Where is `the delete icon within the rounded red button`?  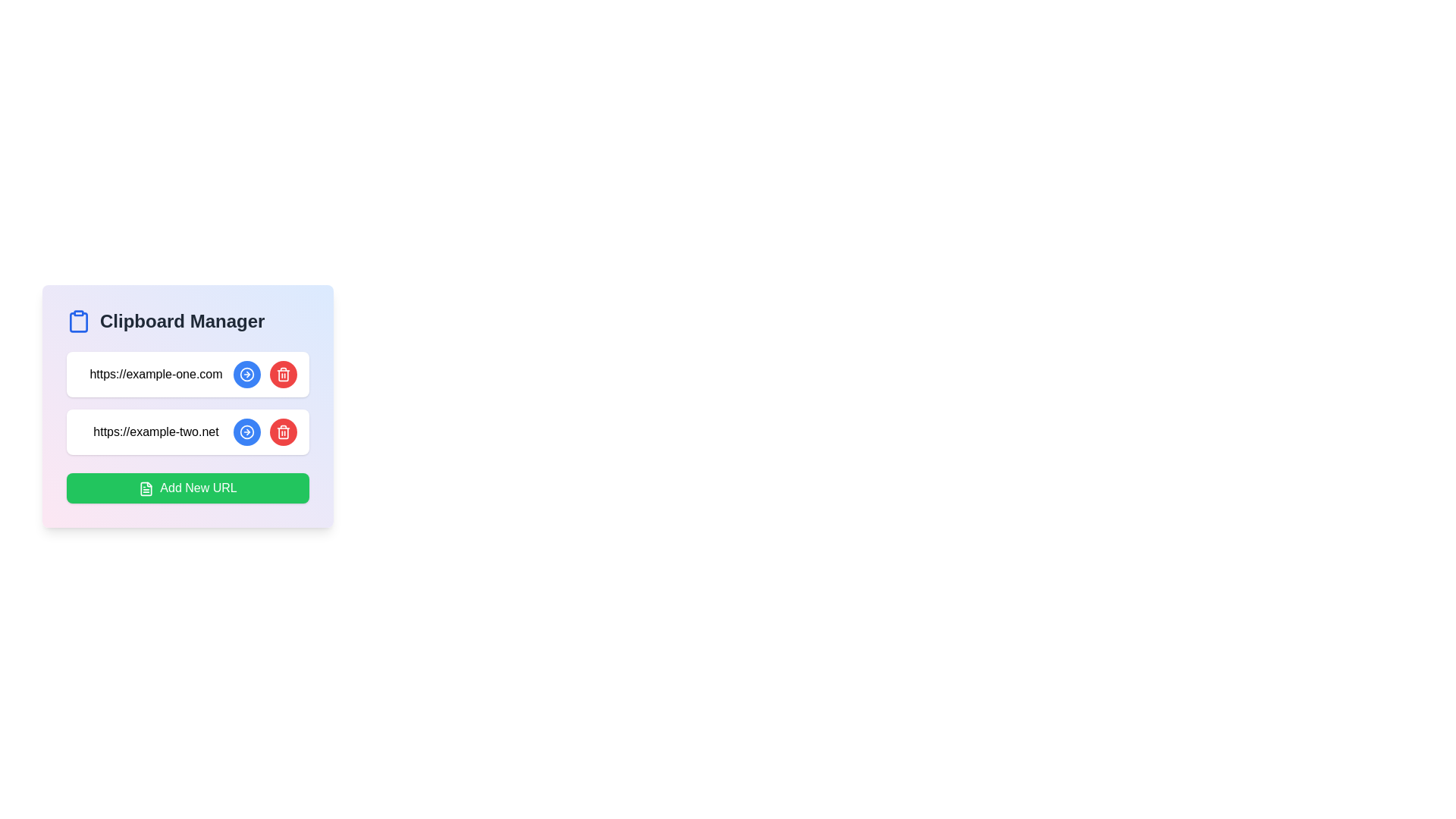
the delete icon within the rounded red button is located at coordinates (284, 374).